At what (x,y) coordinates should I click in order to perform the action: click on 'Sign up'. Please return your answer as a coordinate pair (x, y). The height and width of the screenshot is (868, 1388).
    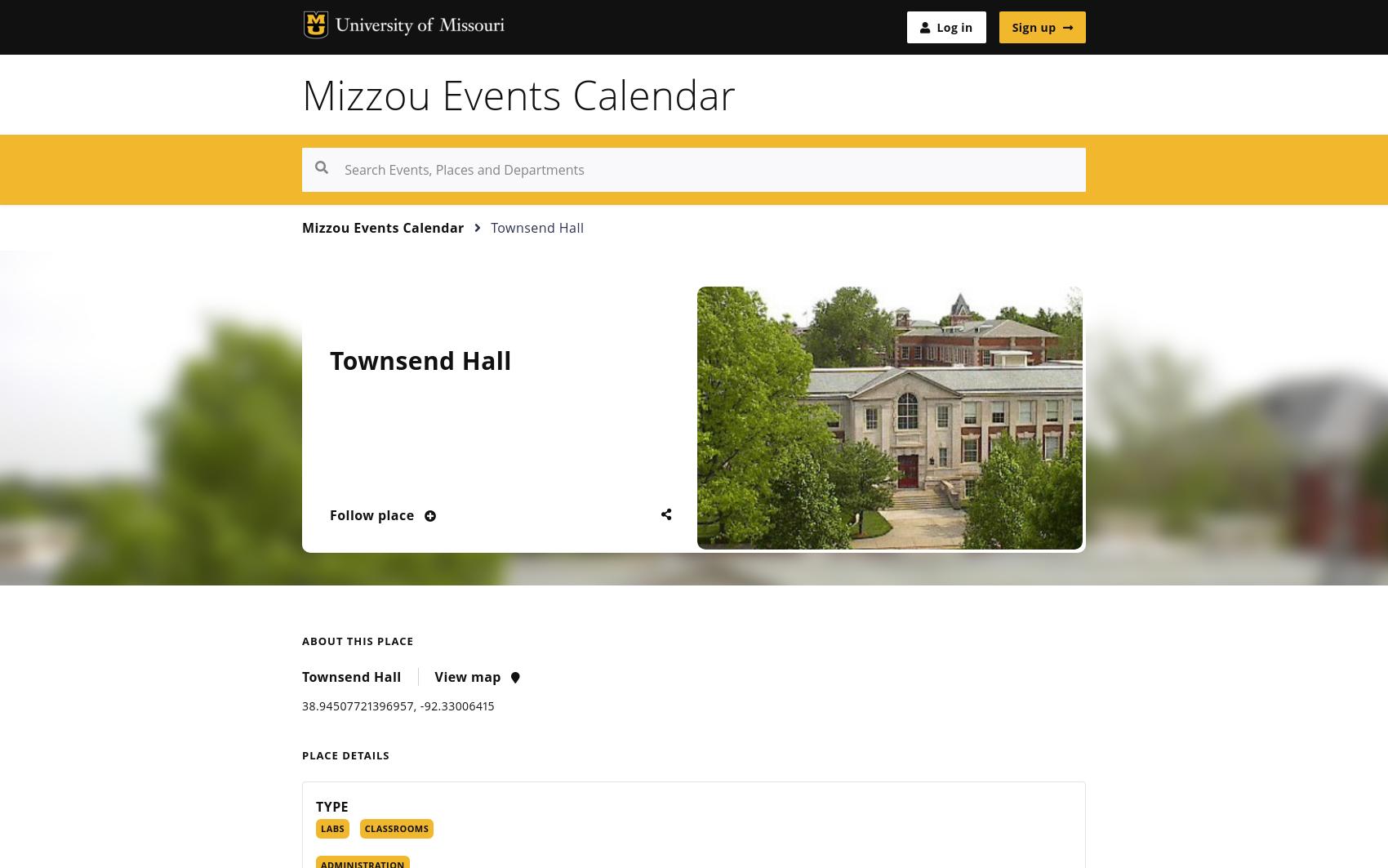
    Looking at the image, I should click on (1032, 26).